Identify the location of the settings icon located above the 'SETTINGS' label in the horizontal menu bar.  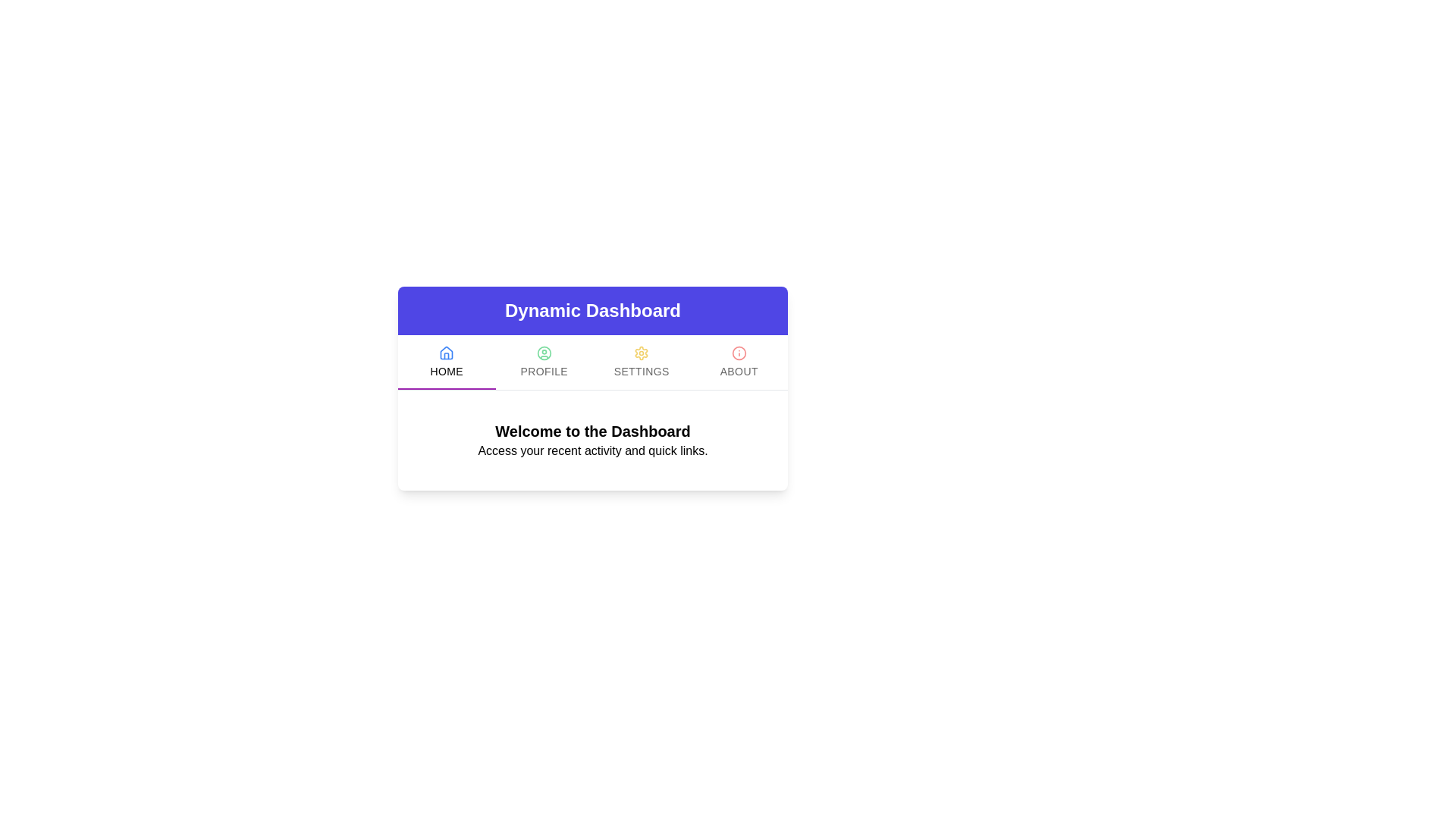
(642, 353).